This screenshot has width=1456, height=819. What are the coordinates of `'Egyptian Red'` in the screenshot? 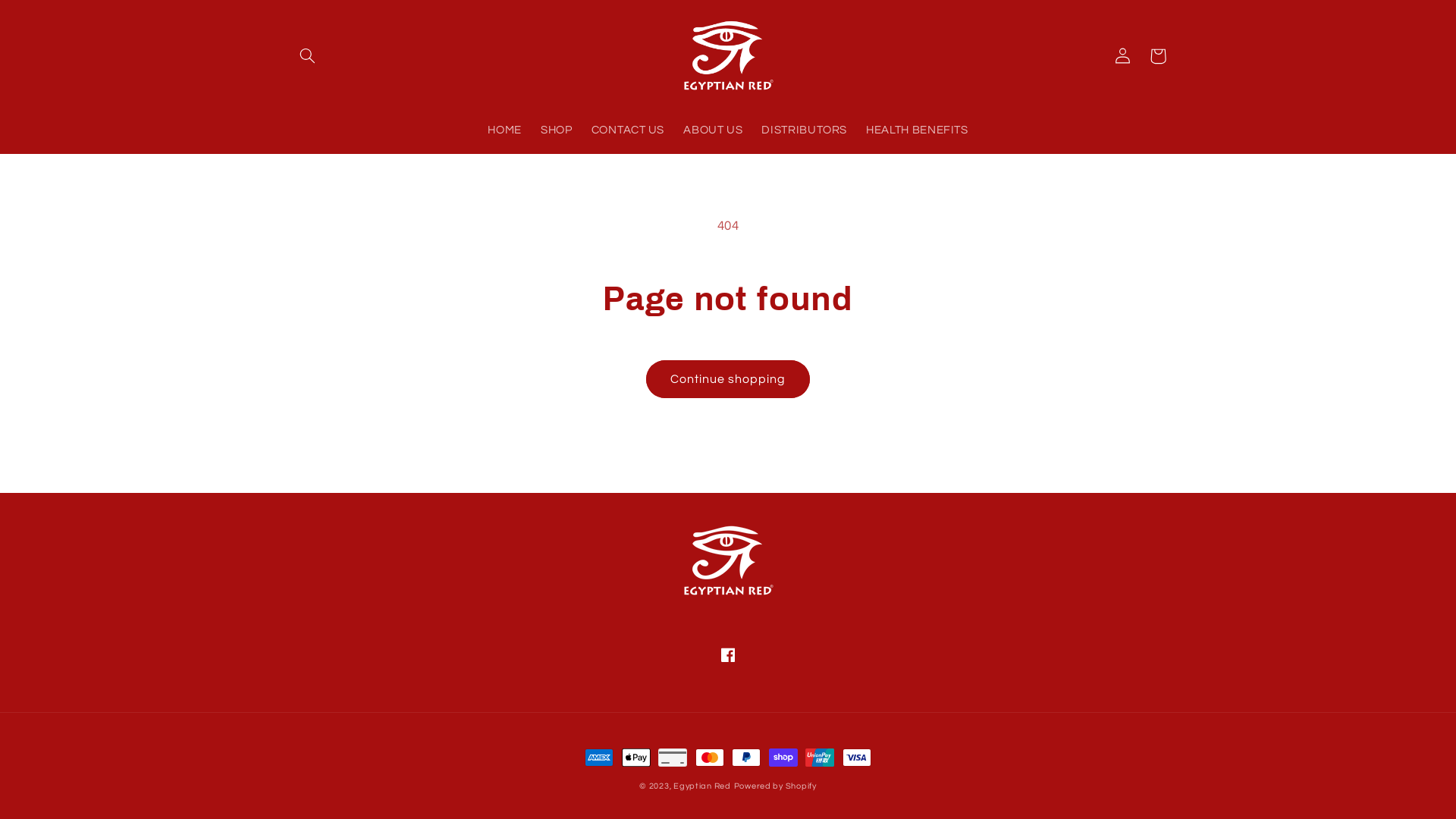 It's located at (673, 785).